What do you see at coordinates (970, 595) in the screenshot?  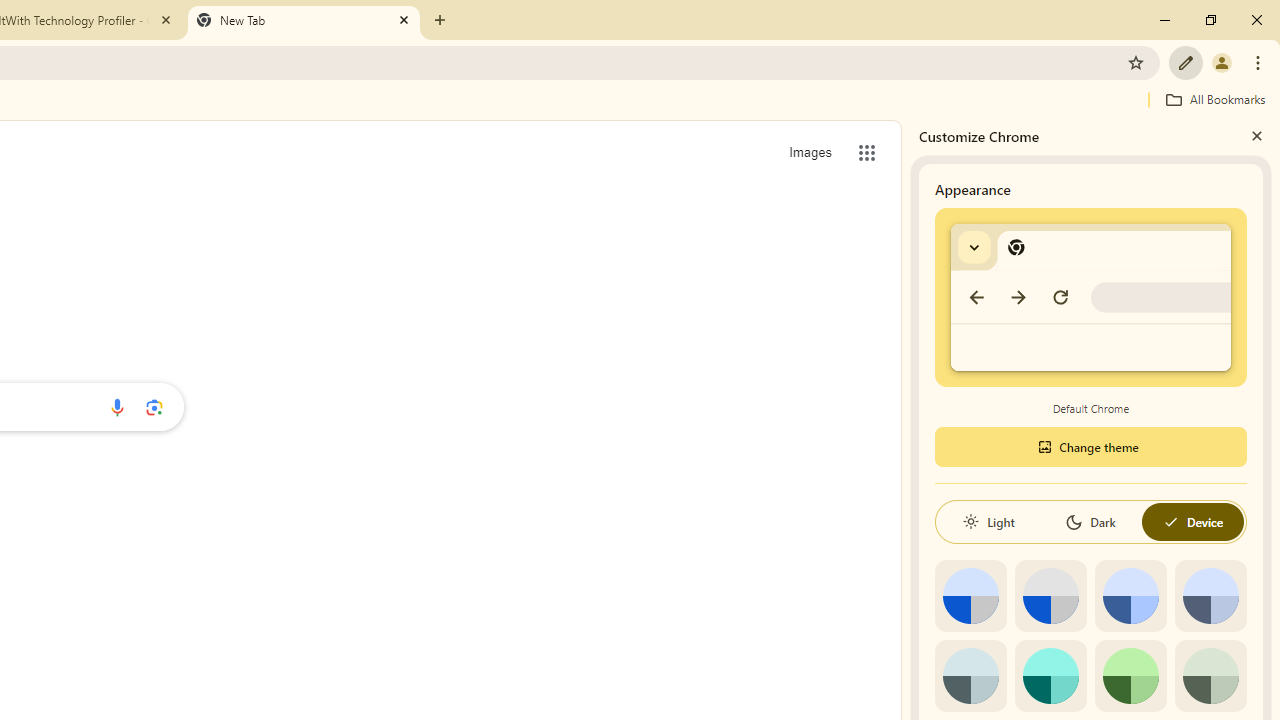 I see `'Default color'` at bounding box center [970, 595].